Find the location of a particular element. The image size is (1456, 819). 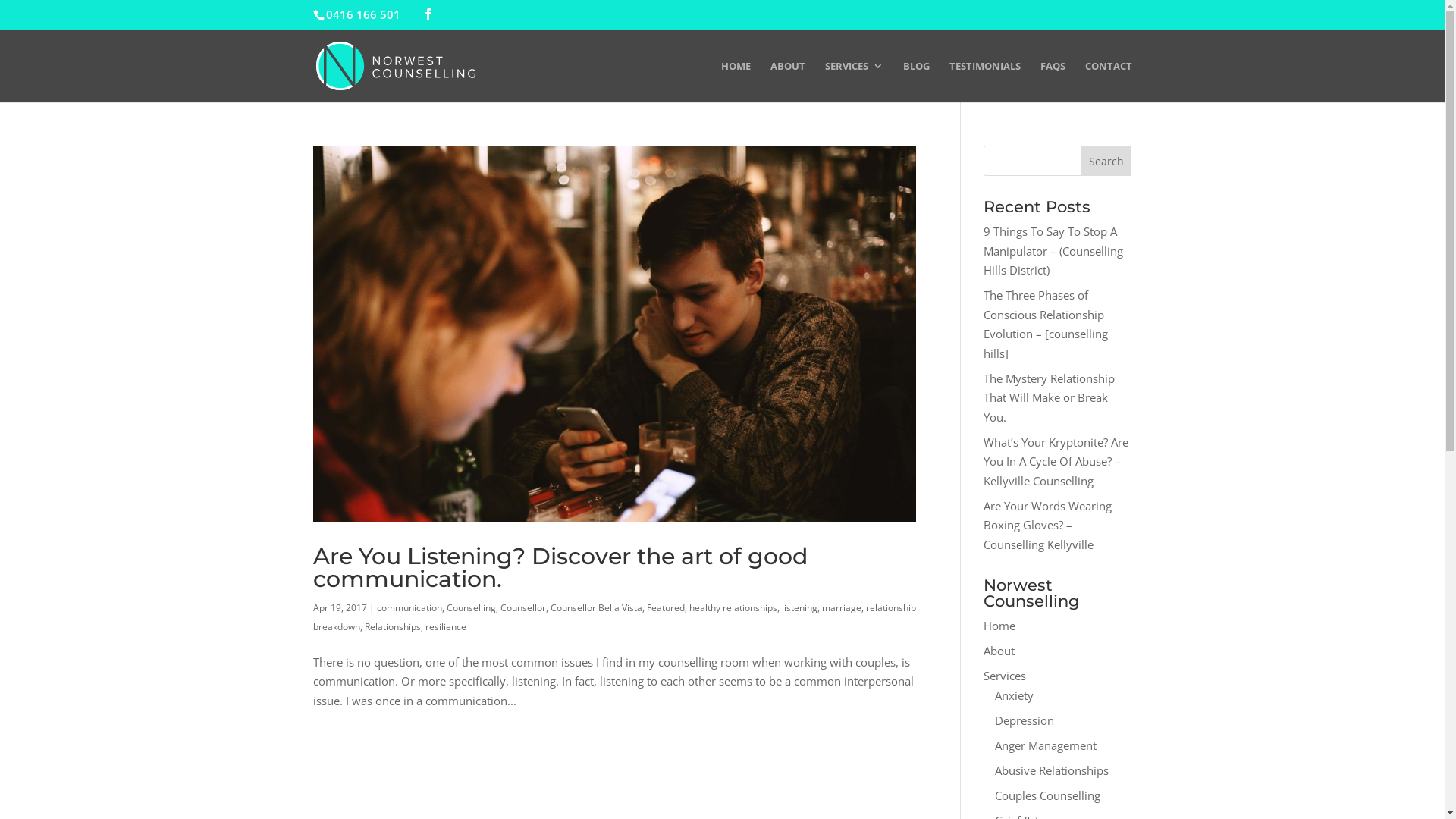

'Counsellor' is located at coordinates (523, 607).